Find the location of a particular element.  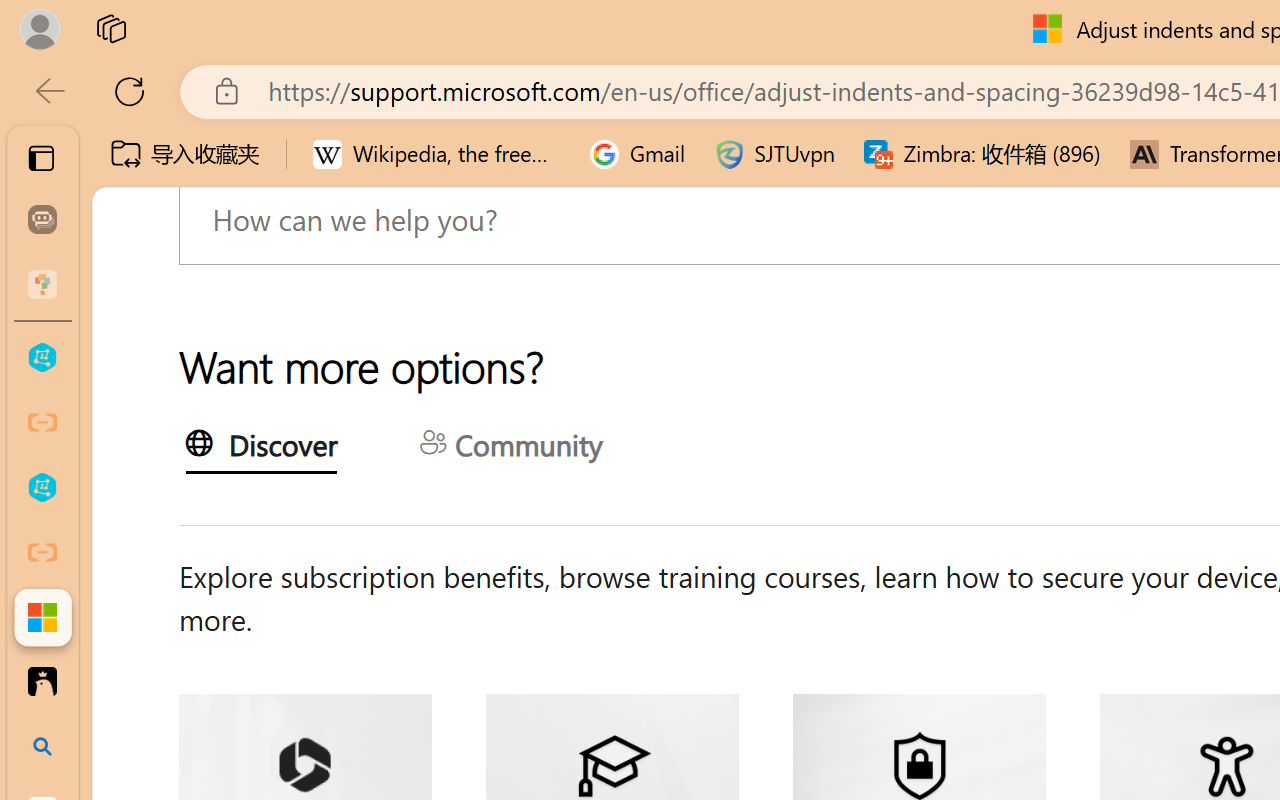

'wangyian_webcrawler - DSW' is located at coordinates (42, 488).